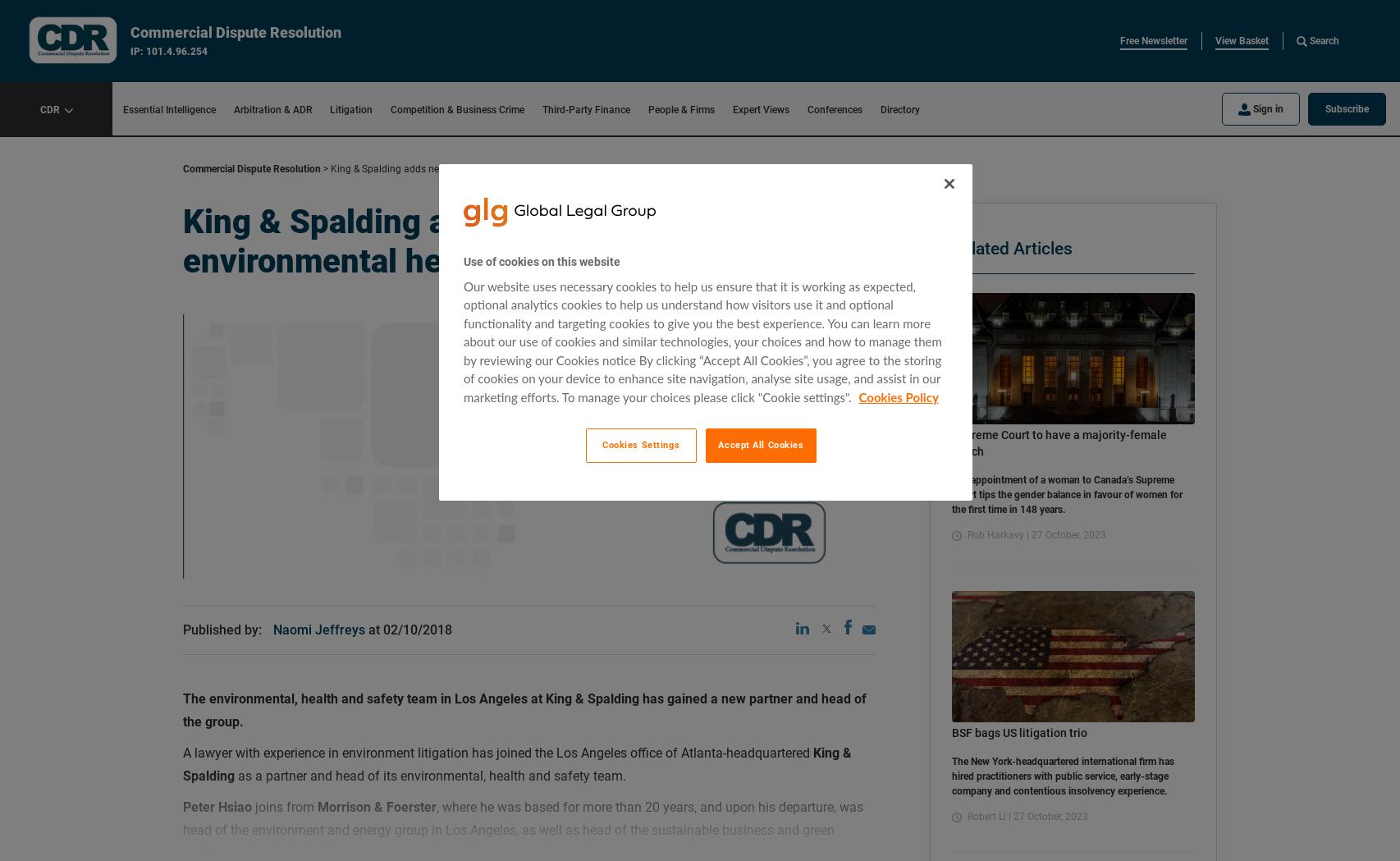 The image size is (1400, 861). Describe the element at coordinates (585, 109) in the screenshot. I see `'Third-Party Finance'` at that location.